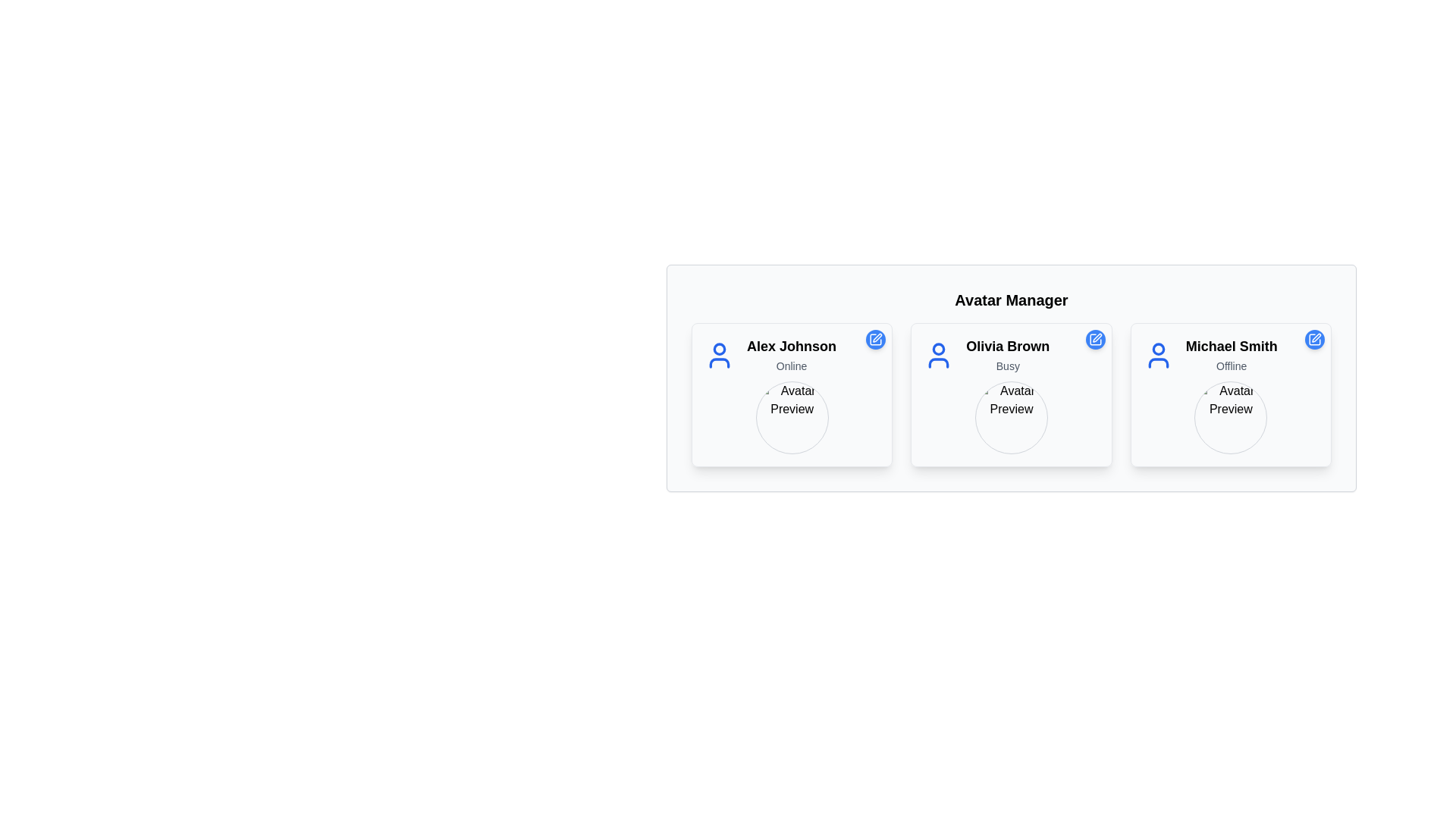  What do you see at coordinates (1008, 346) in the screenshot?
I see `the text label displaying 'Olivia Brown', which serves as the main identifier in the middle card of a three-card layout` at bounding box center [1008, 346].